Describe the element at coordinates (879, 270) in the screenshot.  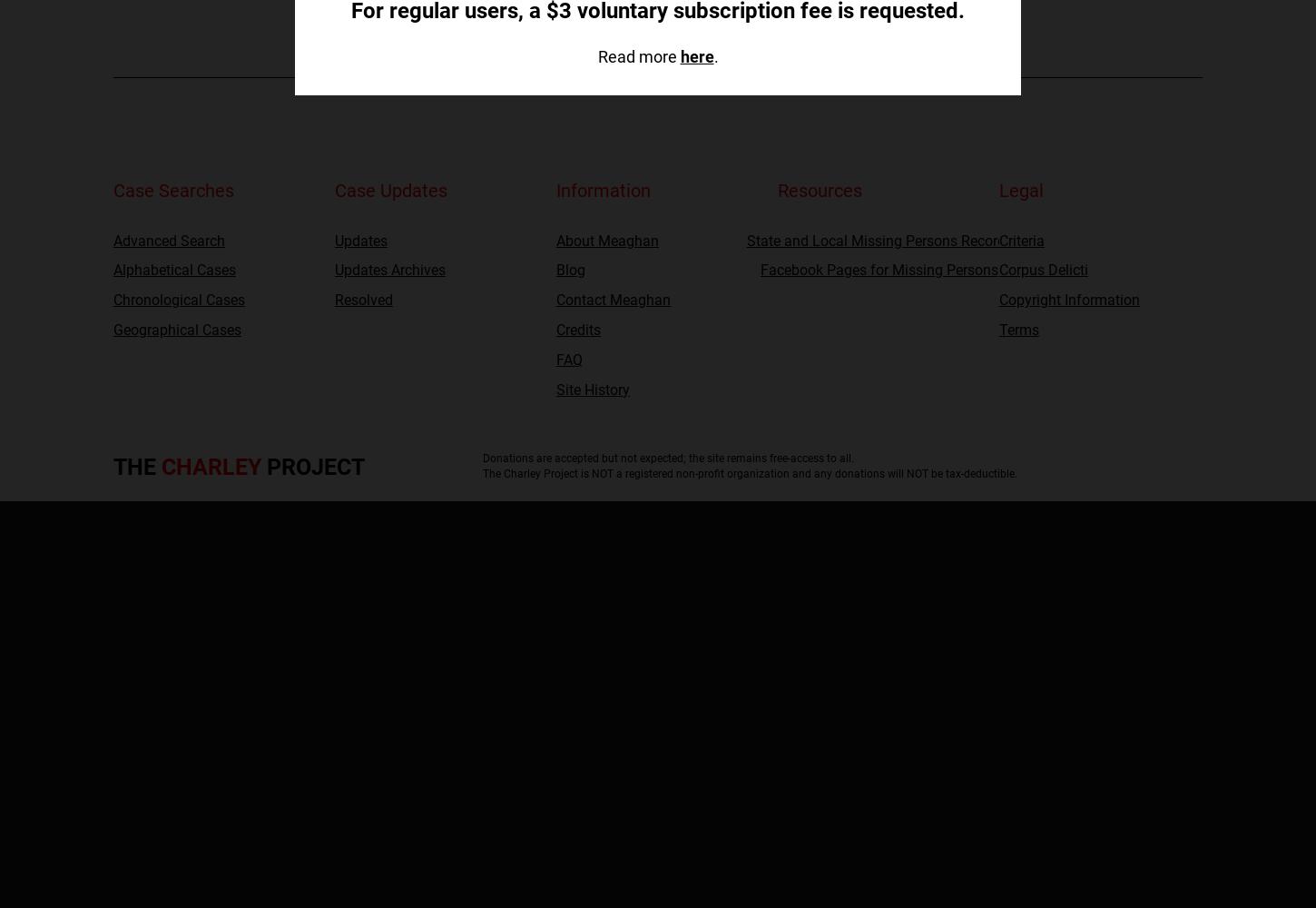
I see `'Facebook Pages for Missing Persons'` at that location.